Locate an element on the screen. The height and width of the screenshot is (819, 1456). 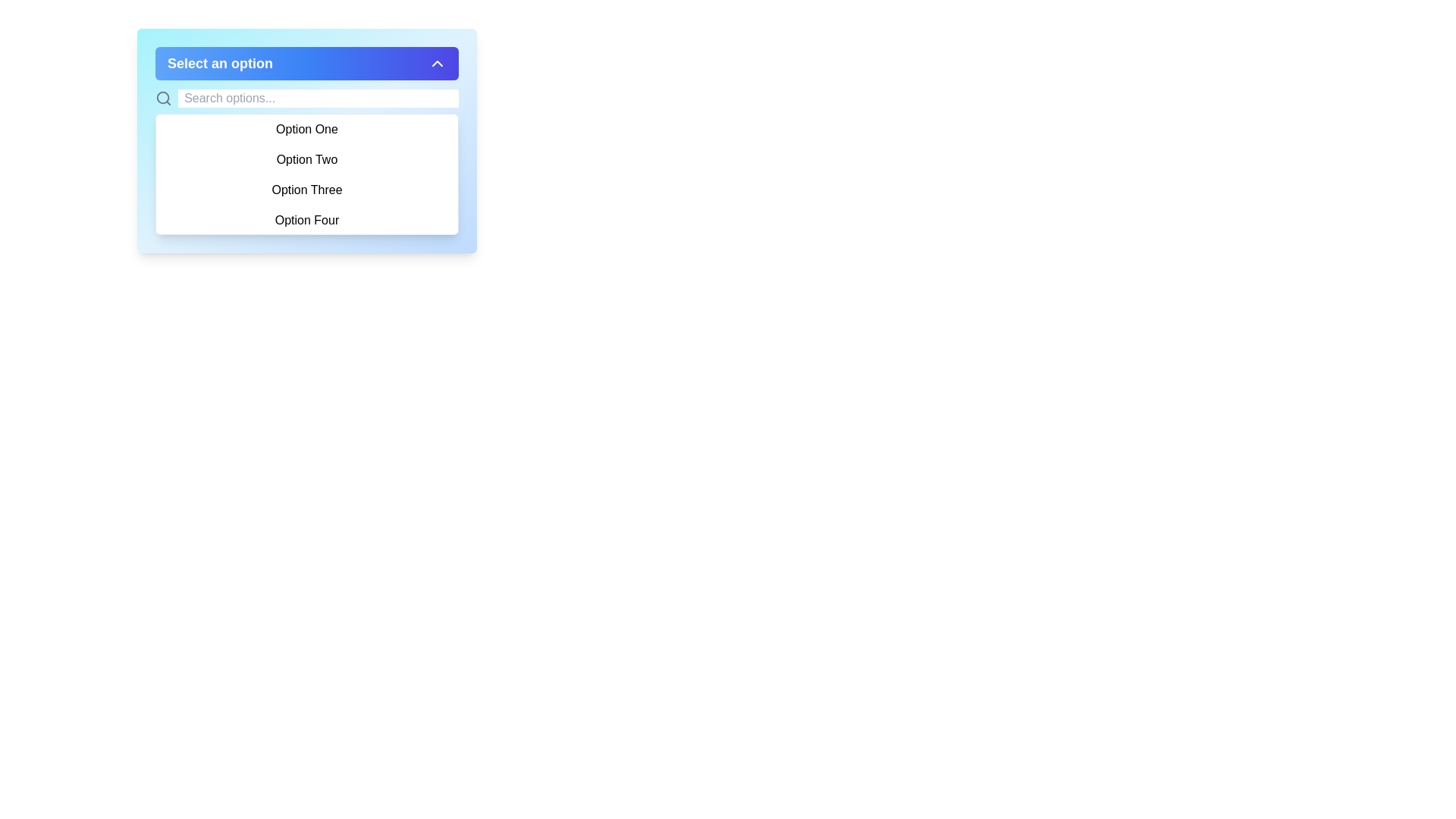
the dropdown menu option labeled 'Option Four' is located at coordinates (306, 220).